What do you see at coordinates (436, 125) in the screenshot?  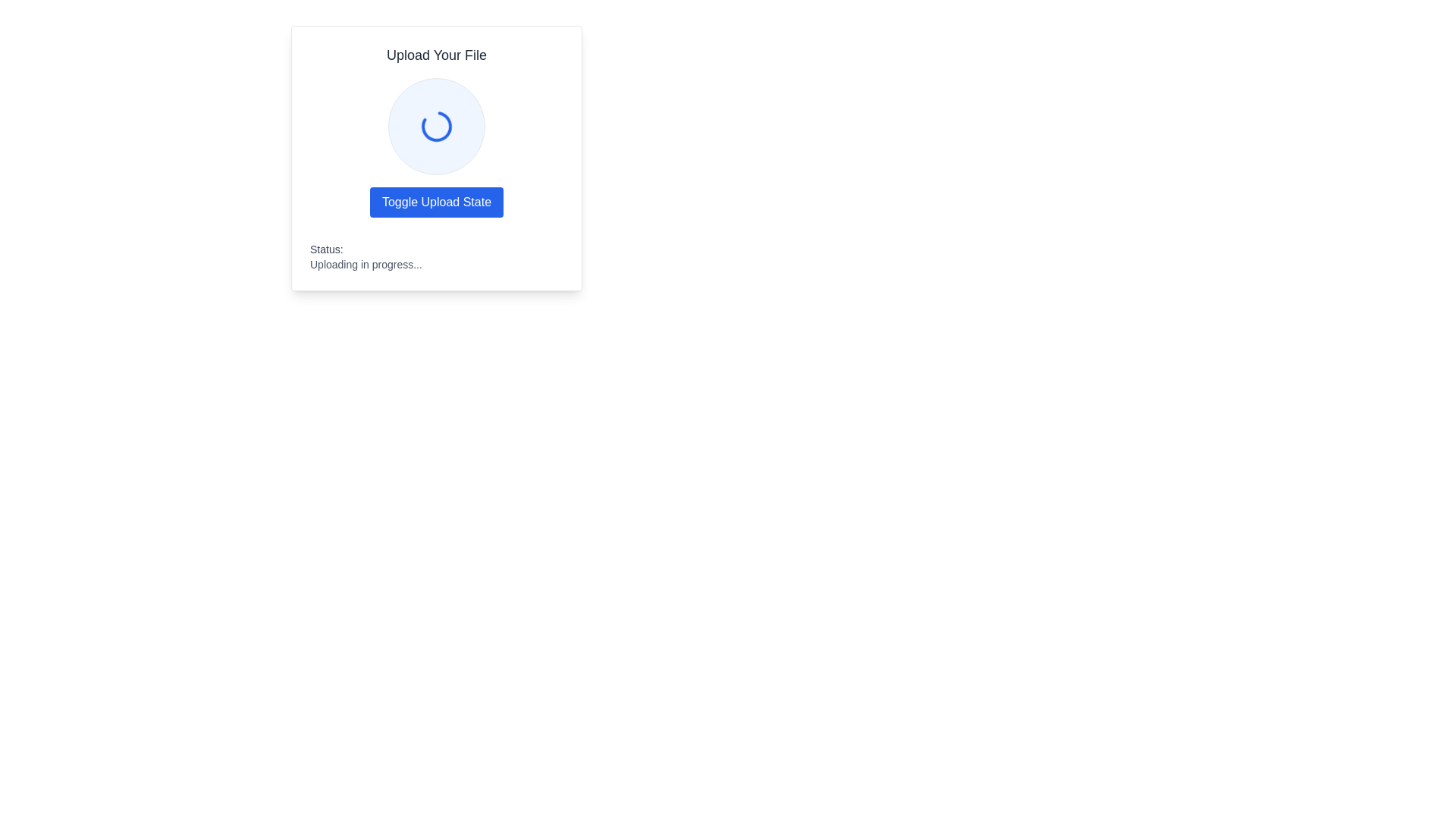 I see `the Spinner/Loader that indicates a loading or progress state, located centrally below the title 'Upload Your File' and above the 'Toggle Upload State' button` at bounding box center [436, 125].